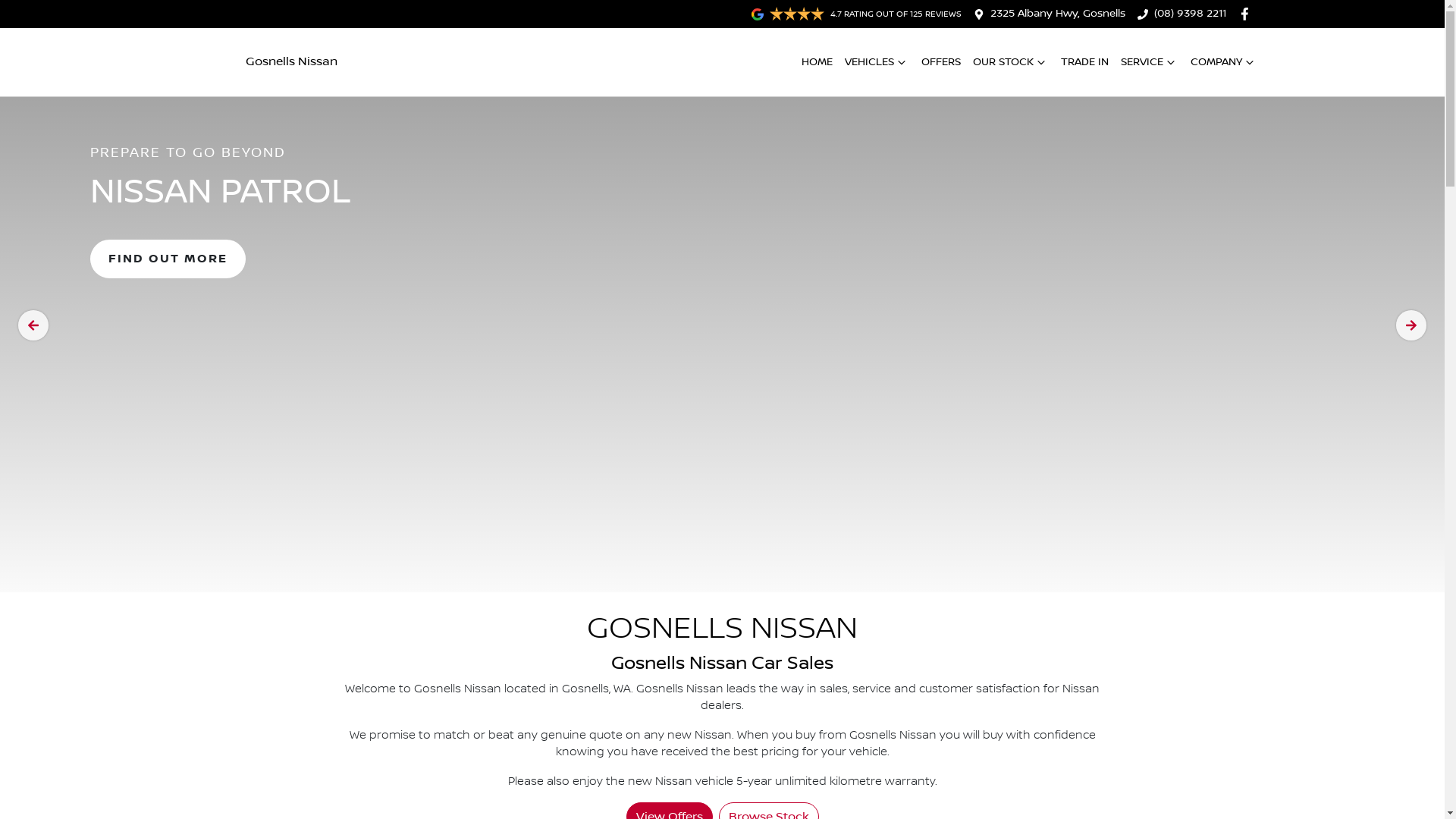 This screenshot has width=1456, height=819. Describe the element at coordinates (800, 61) in the screenshot. I see `'HOME'` at that location.